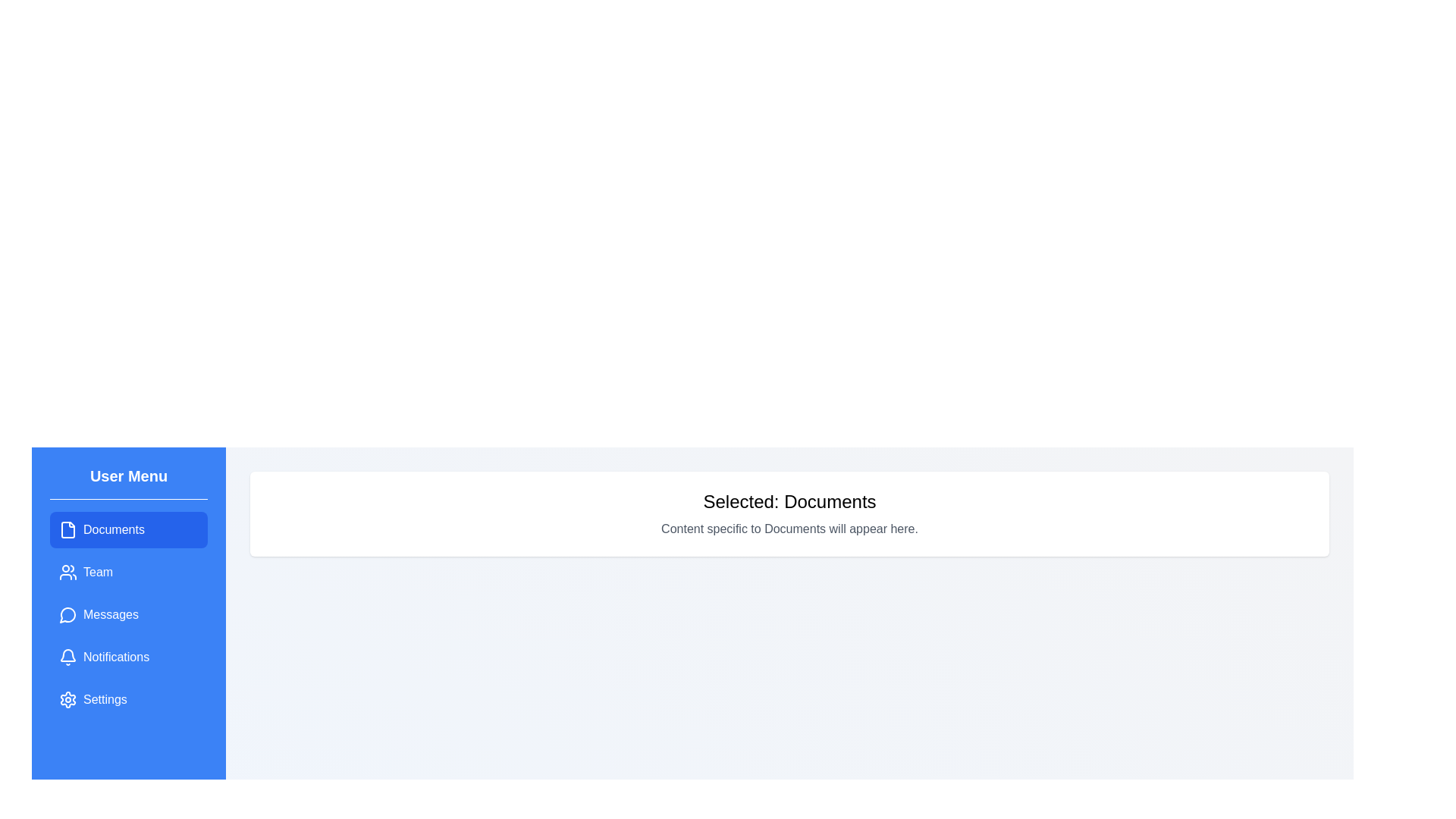 This screenshot has height=819, width=1456. What do you see at coordinates (128, 529) in the screenshot?
I see `the menu item labeled 'Documents' to observe its hover effect` at bounding box center [128, 529].